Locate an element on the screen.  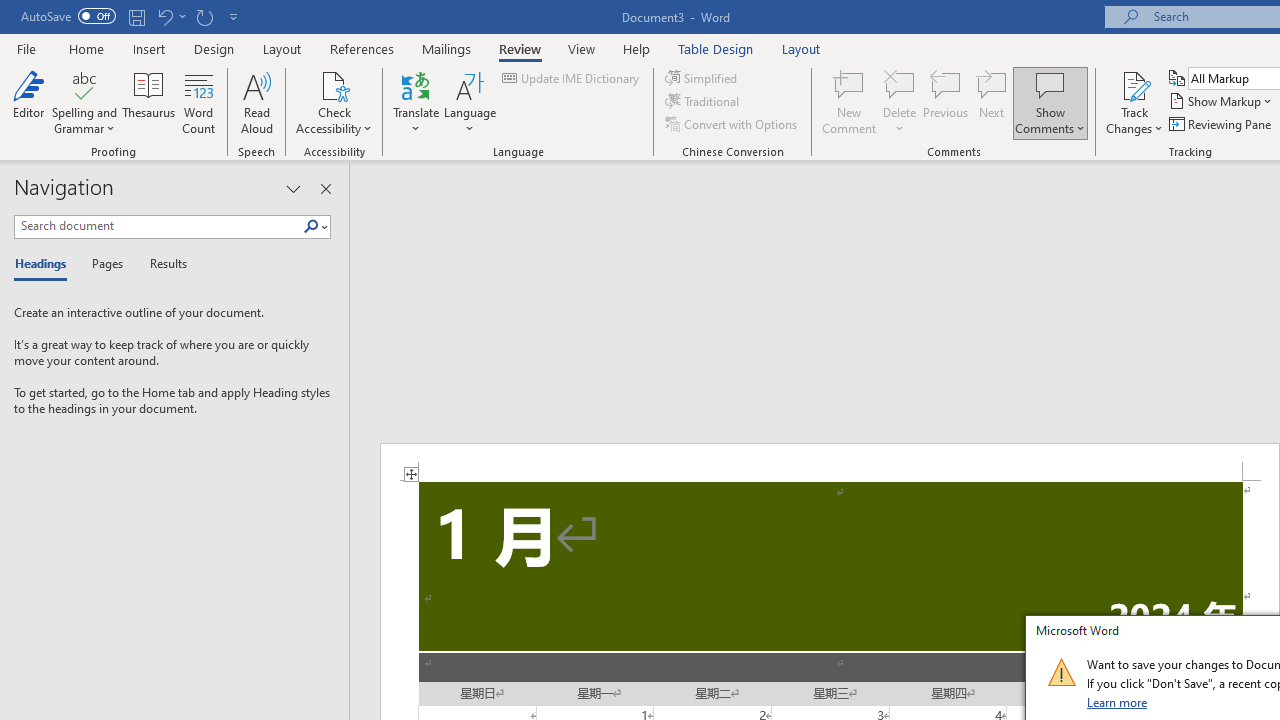
'Search document' is located at coordinates (157, 225).